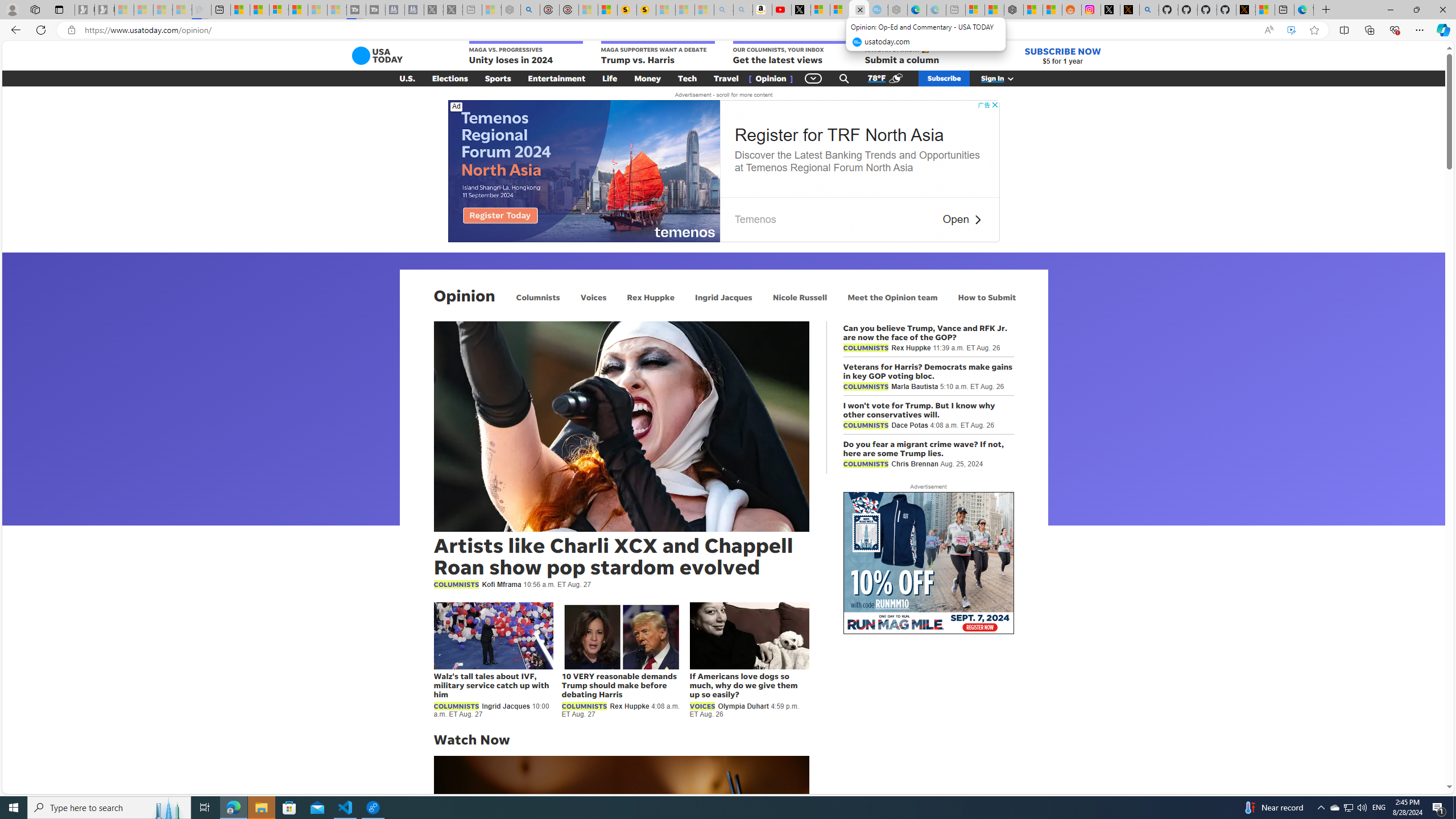 The height and width of the screenshot is (819, 1456). Describe the element at coordinates (781, 9) in the screenshot. I see `'Day 1: Arriving in Yemen (surreal to be here) - YouTube'` at that location.